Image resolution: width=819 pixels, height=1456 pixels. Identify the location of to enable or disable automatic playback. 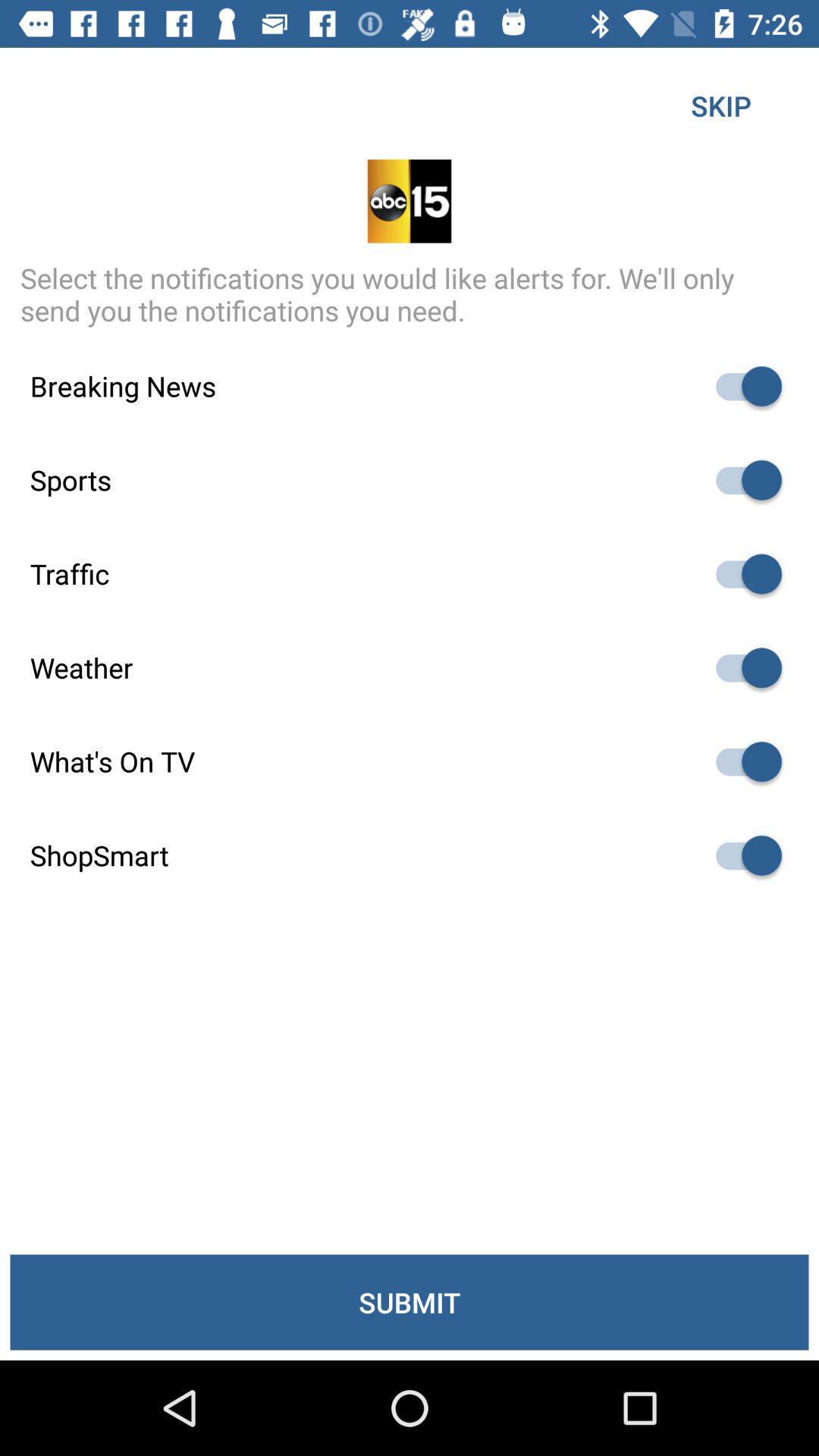
(741, 667).